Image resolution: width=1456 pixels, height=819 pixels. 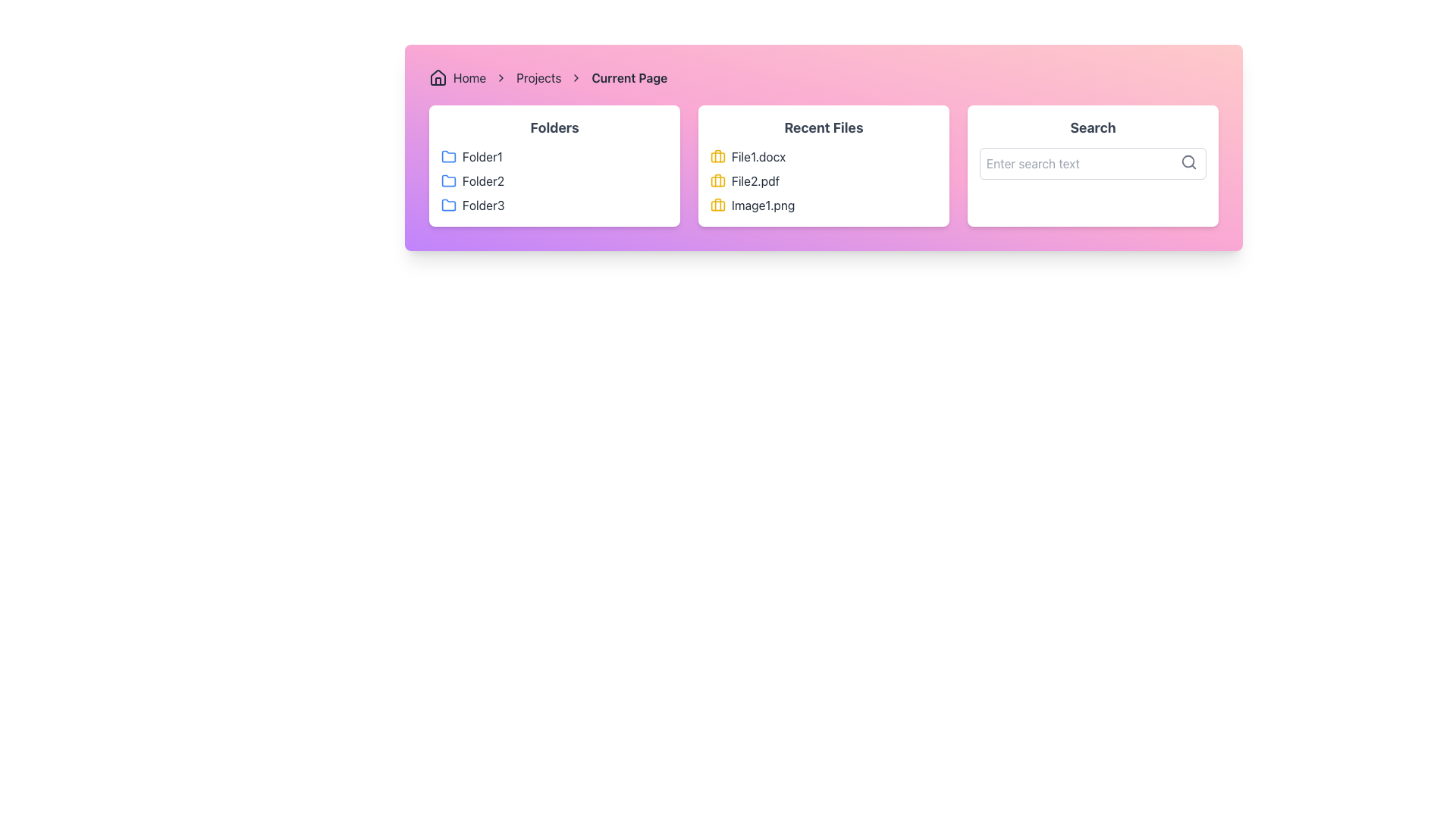 What do you see at coordinates (457, 78) in the screenshot?
I see `the first breadcrumb link with an icon that redirects to the home page` at bounding box center [457, 78].